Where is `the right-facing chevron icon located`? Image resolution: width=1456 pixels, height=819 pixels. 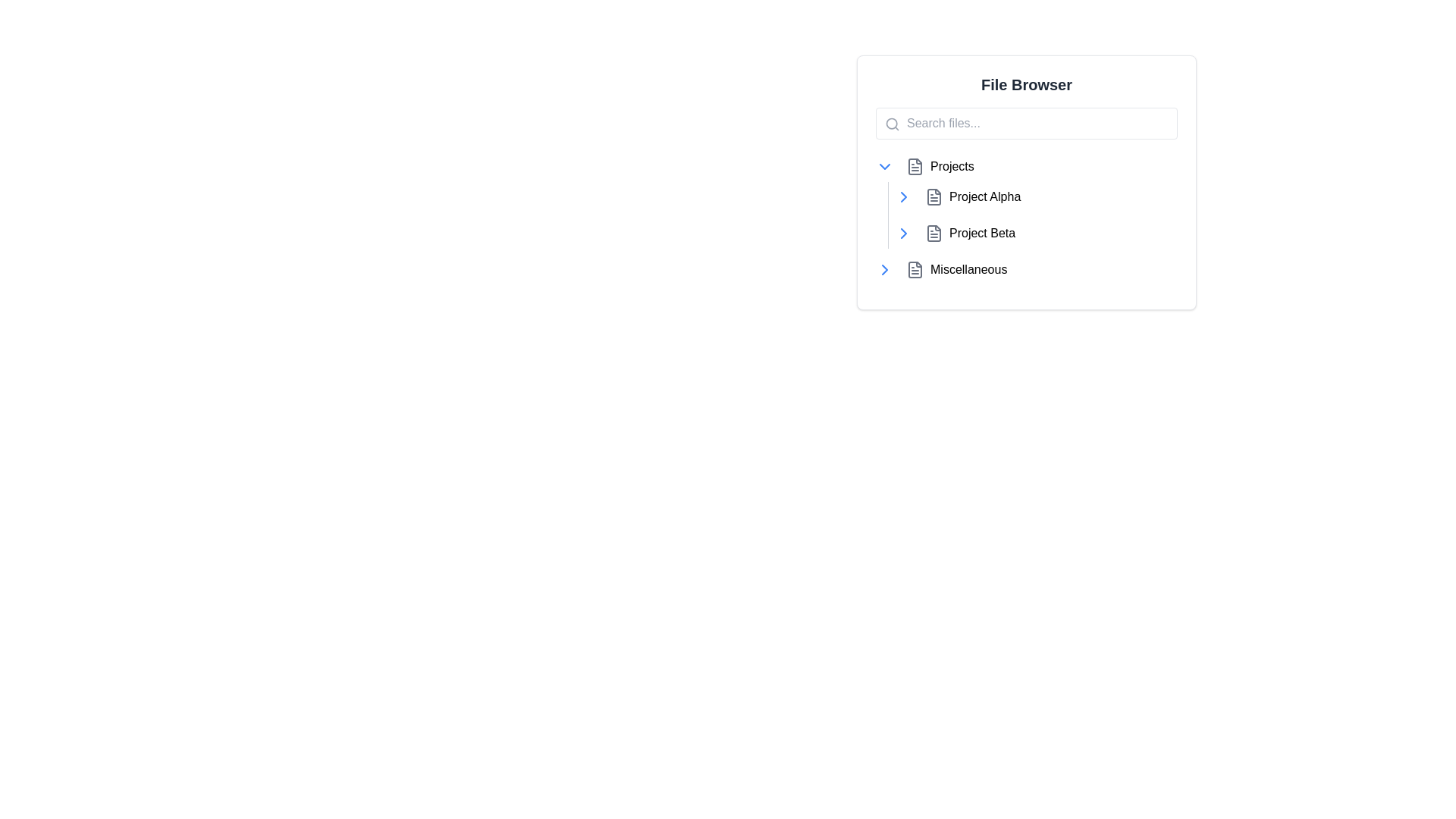
the right-facing chevron icon located is located at coordinates (903, 234).